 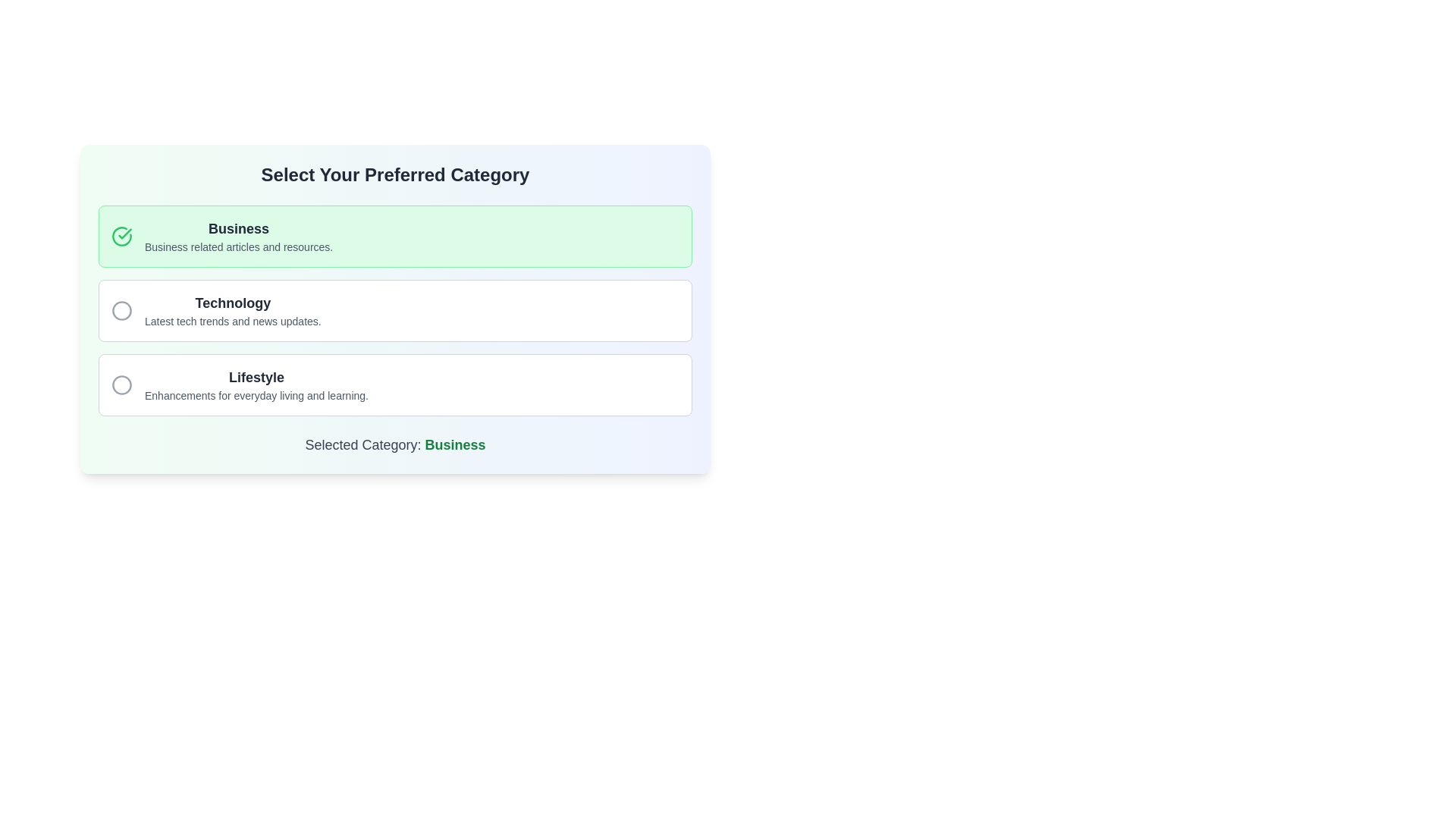 I want to click on the static text heading that says 'Select Your Preferred Category', which is a bold title styled prominently in a large font size, located at the top-center of the category selection section, so click(x=395, y=174).